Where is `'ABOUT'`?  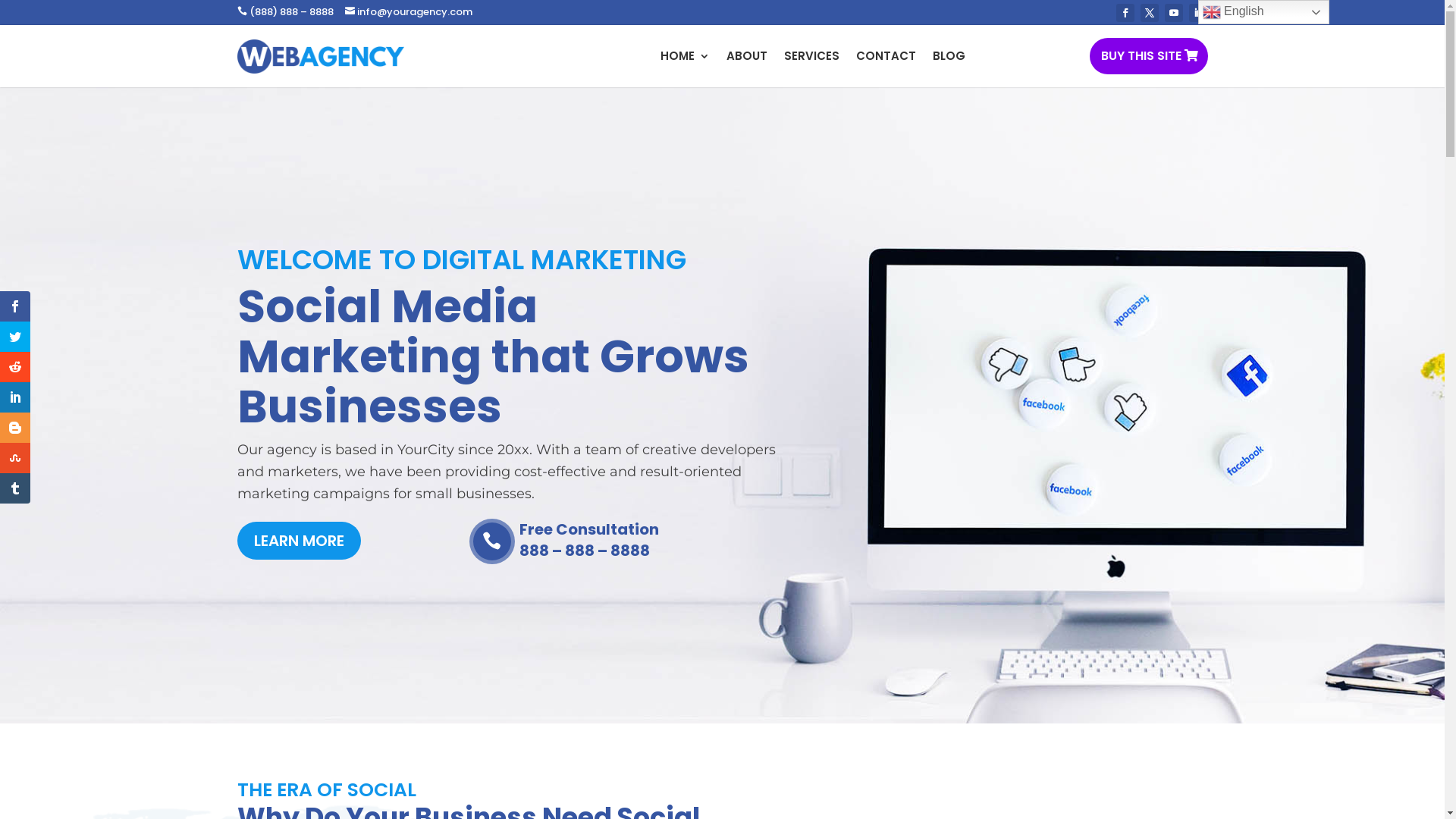
'ABOUT' is located at coordinates (746, 55).